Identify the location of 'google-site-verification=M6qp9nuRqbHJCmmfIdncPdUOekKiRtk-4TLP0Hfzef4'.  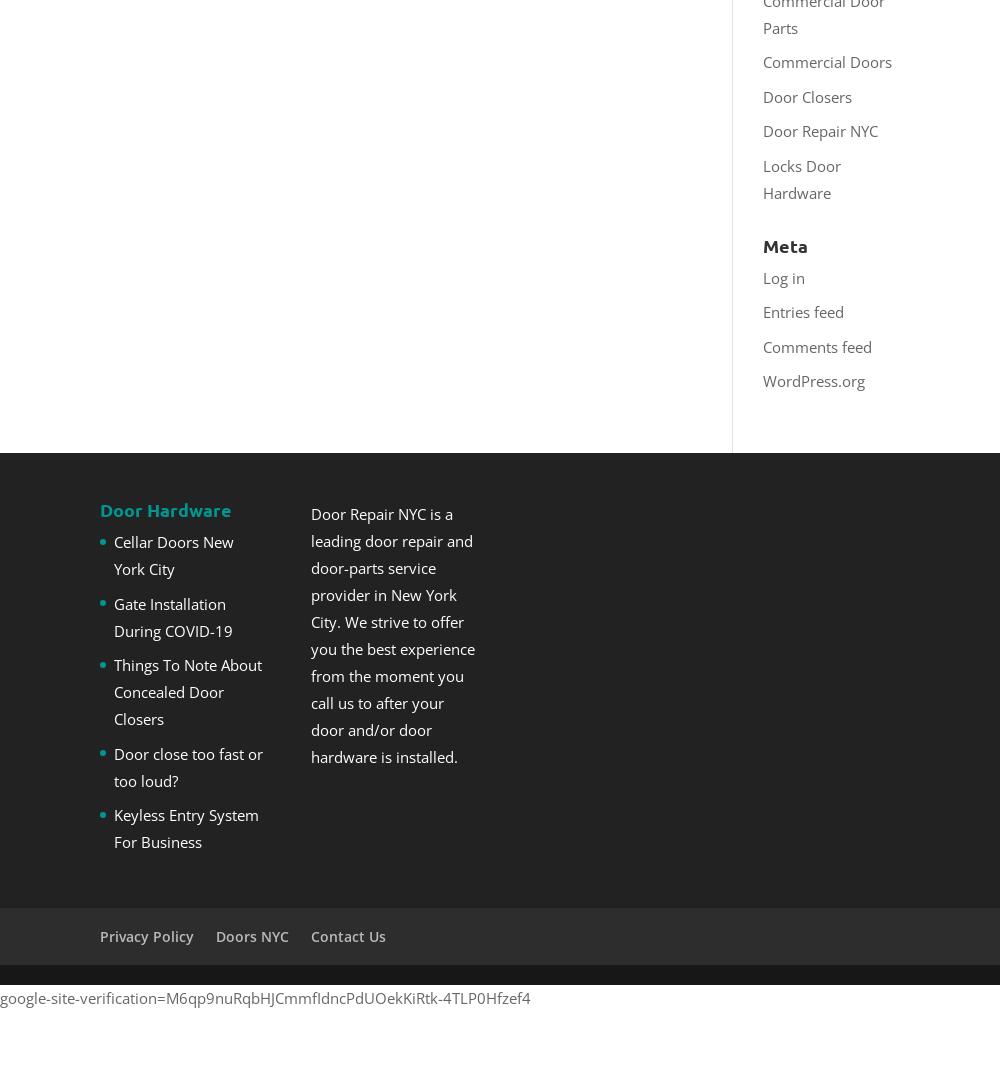
(265, 997).